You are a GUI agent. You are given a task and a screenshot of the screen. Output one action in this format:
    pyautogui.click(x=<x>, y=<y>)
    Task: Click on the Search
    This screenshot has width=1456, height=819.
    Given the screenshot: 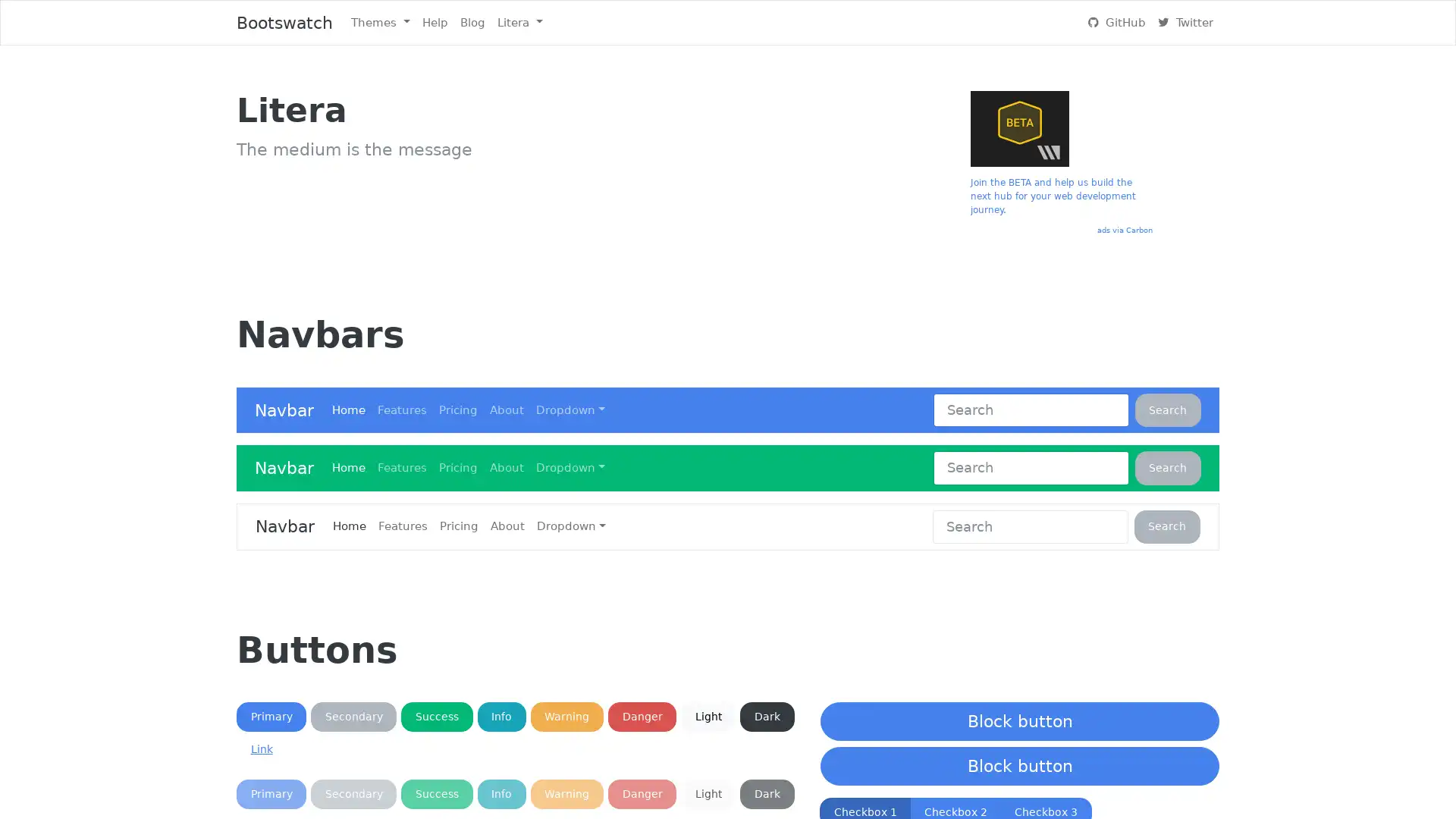 What is the action you would take?
    pyautogui.click(x=1167, y=467)
    